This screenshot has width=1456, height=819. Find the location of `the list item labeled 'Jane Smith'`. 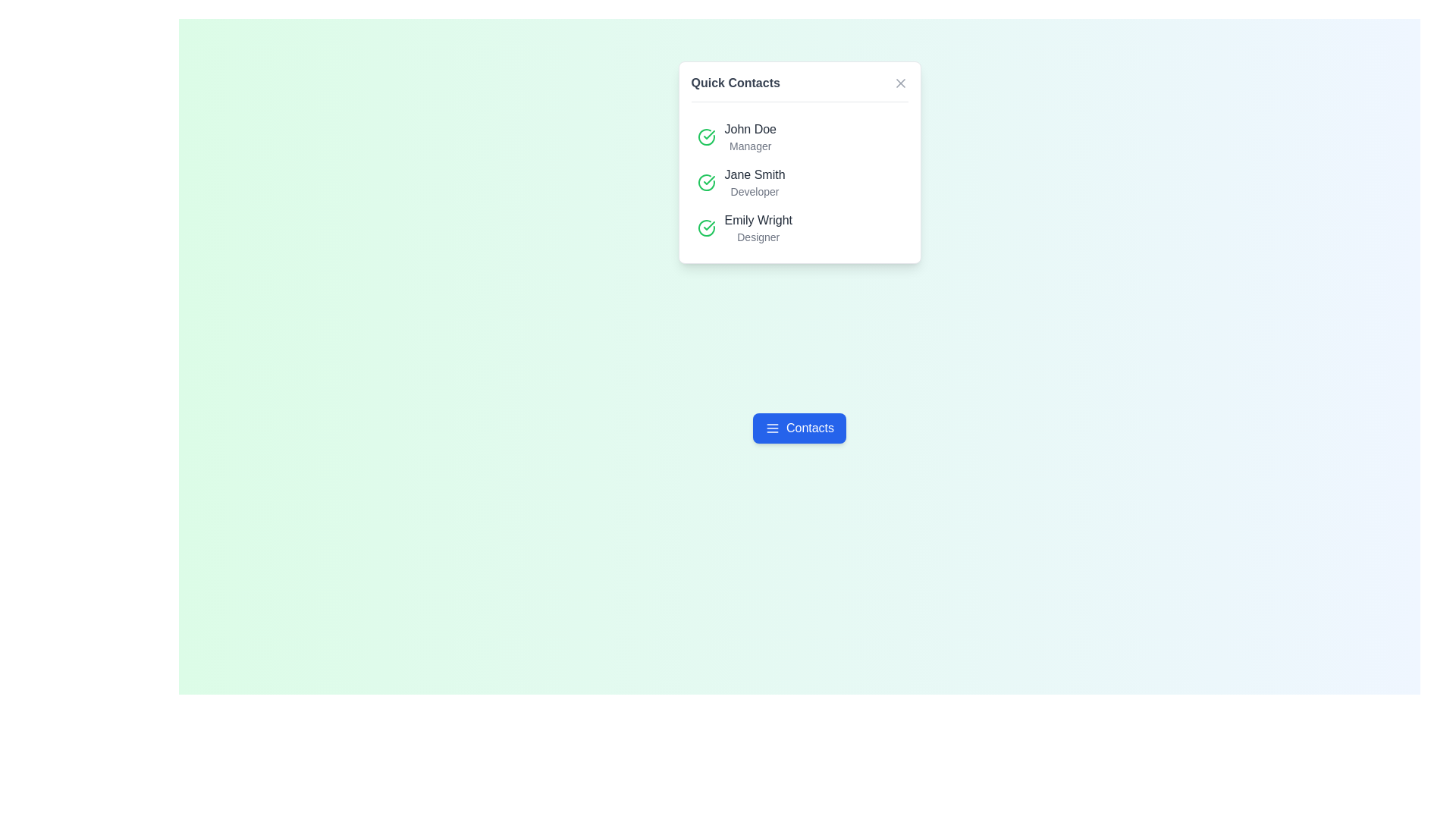

the list item labeled 'Jane Smith' is located at coordinates (799, 181).